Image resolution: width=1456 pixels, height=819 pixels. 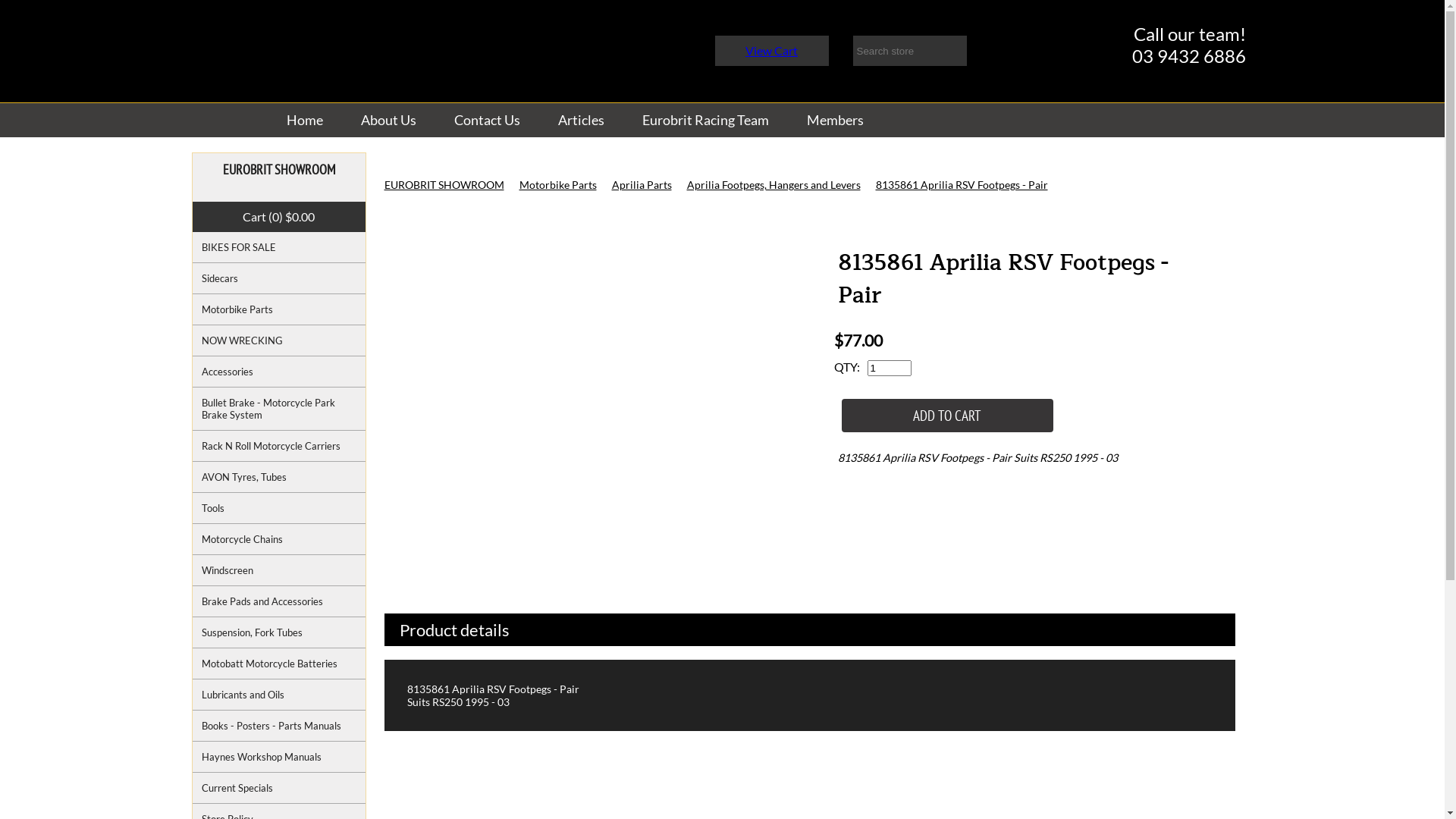 What do you see at coordinates (704, 119) in the screenshot?
I see `'Eurobrit Racing Team'` at bounding box center [704, 119].